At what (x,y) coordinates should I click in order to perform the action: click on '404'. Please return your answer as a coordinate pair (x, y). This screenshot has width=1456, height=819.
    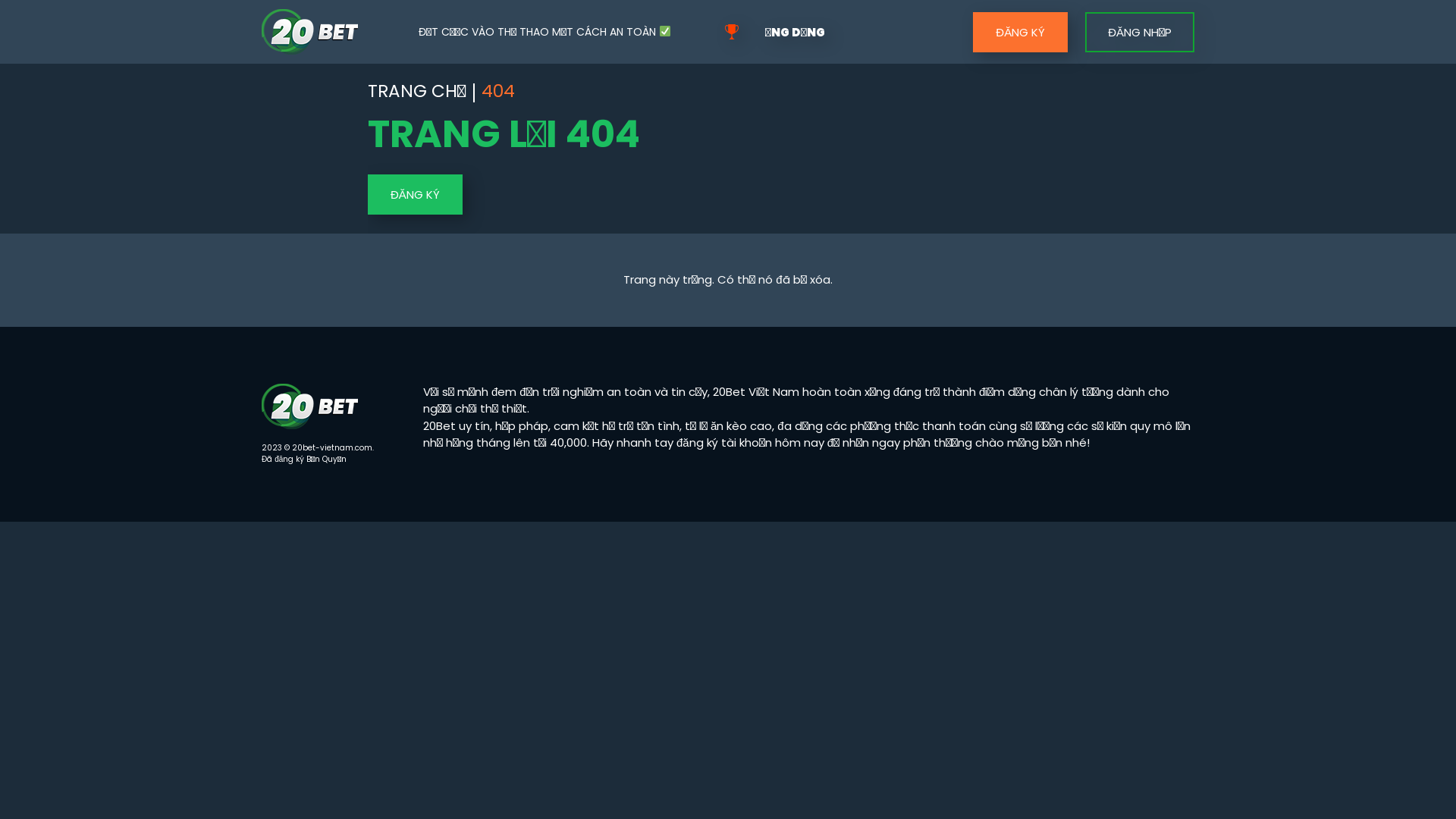
    Looking at the image, I should click on (498, 93).